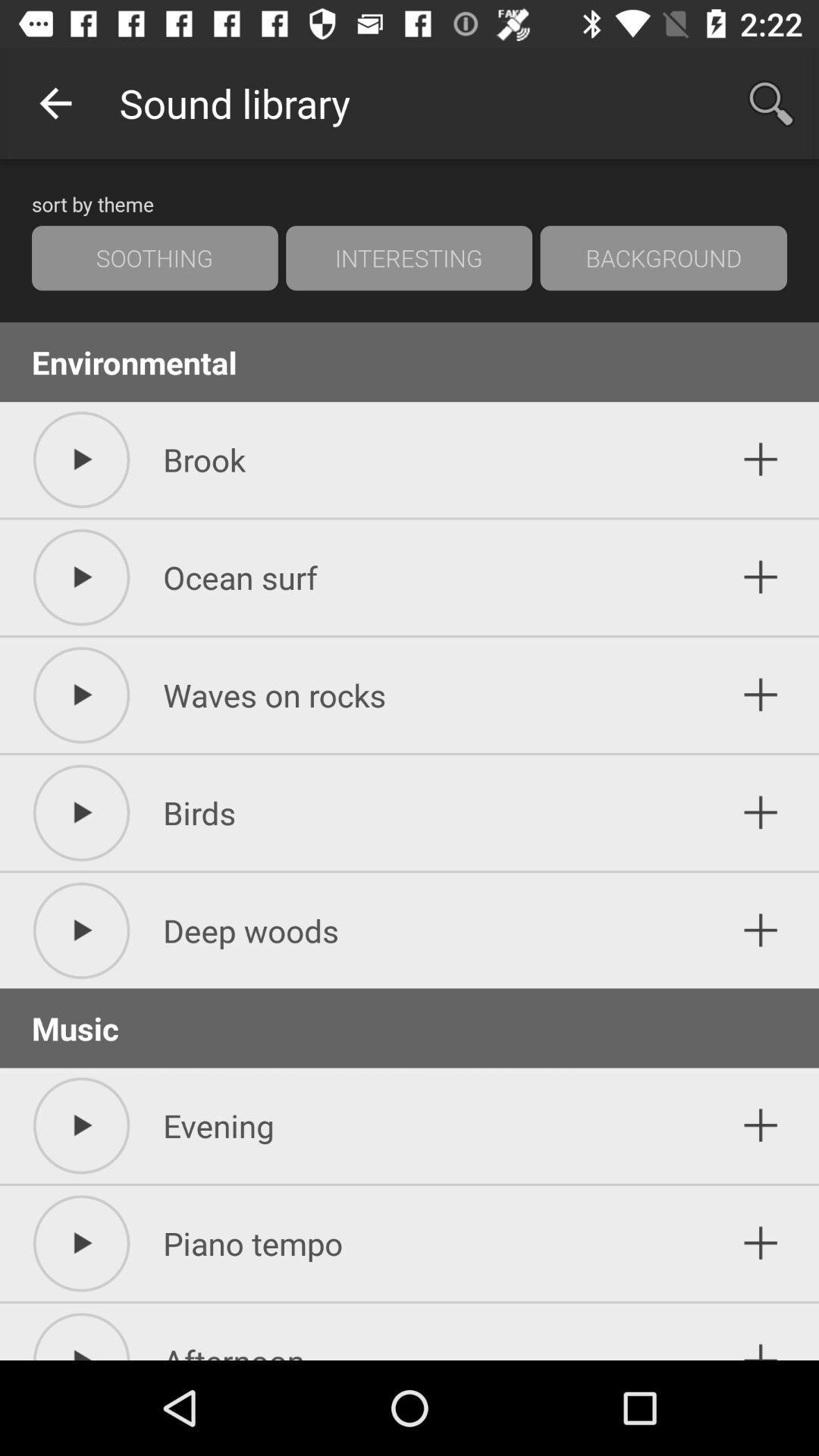  I want to click on the soothing, so click(155, 258).